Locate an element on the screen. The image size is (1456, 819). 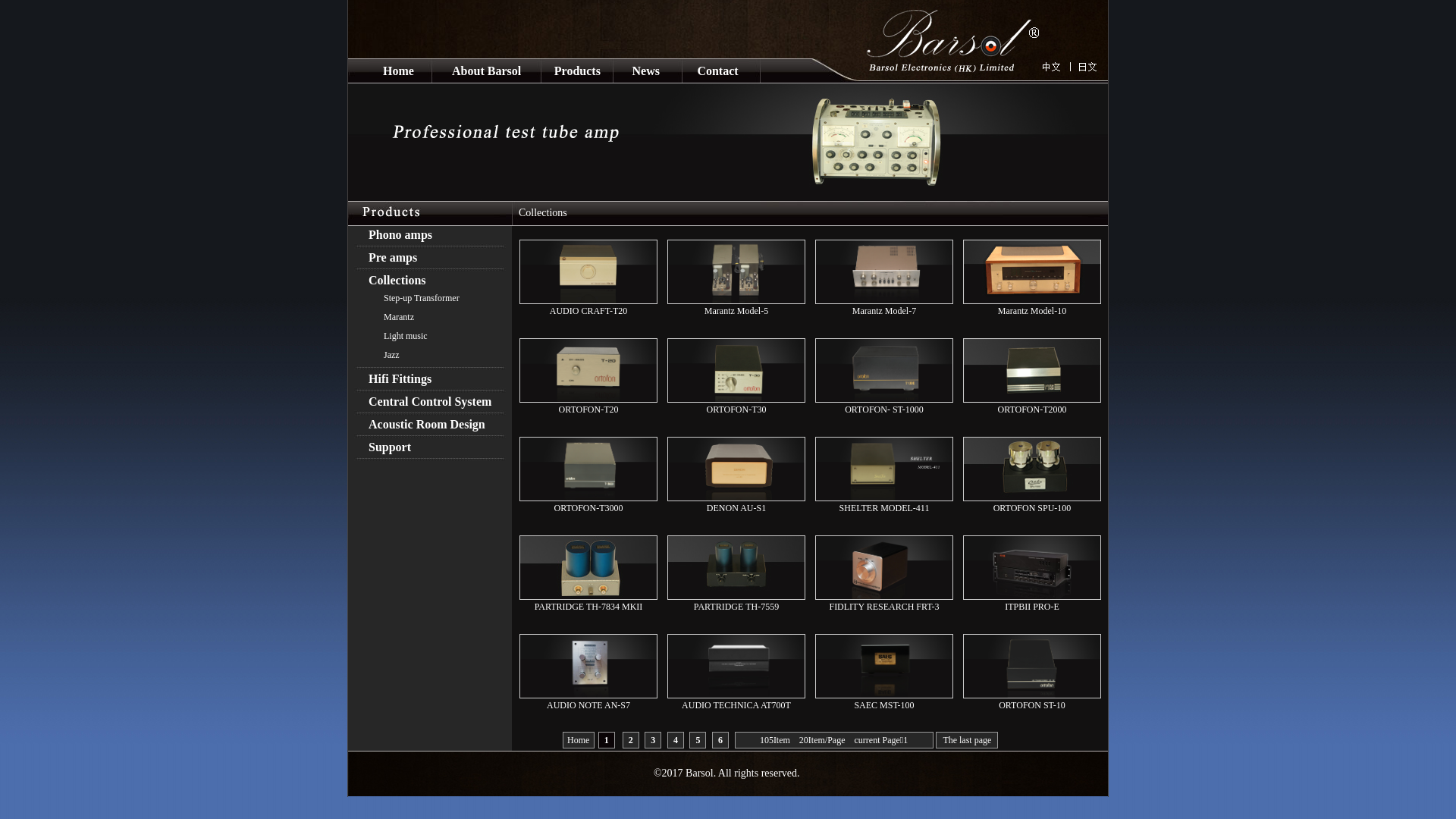
'2' is located at coordinates (630, 739).